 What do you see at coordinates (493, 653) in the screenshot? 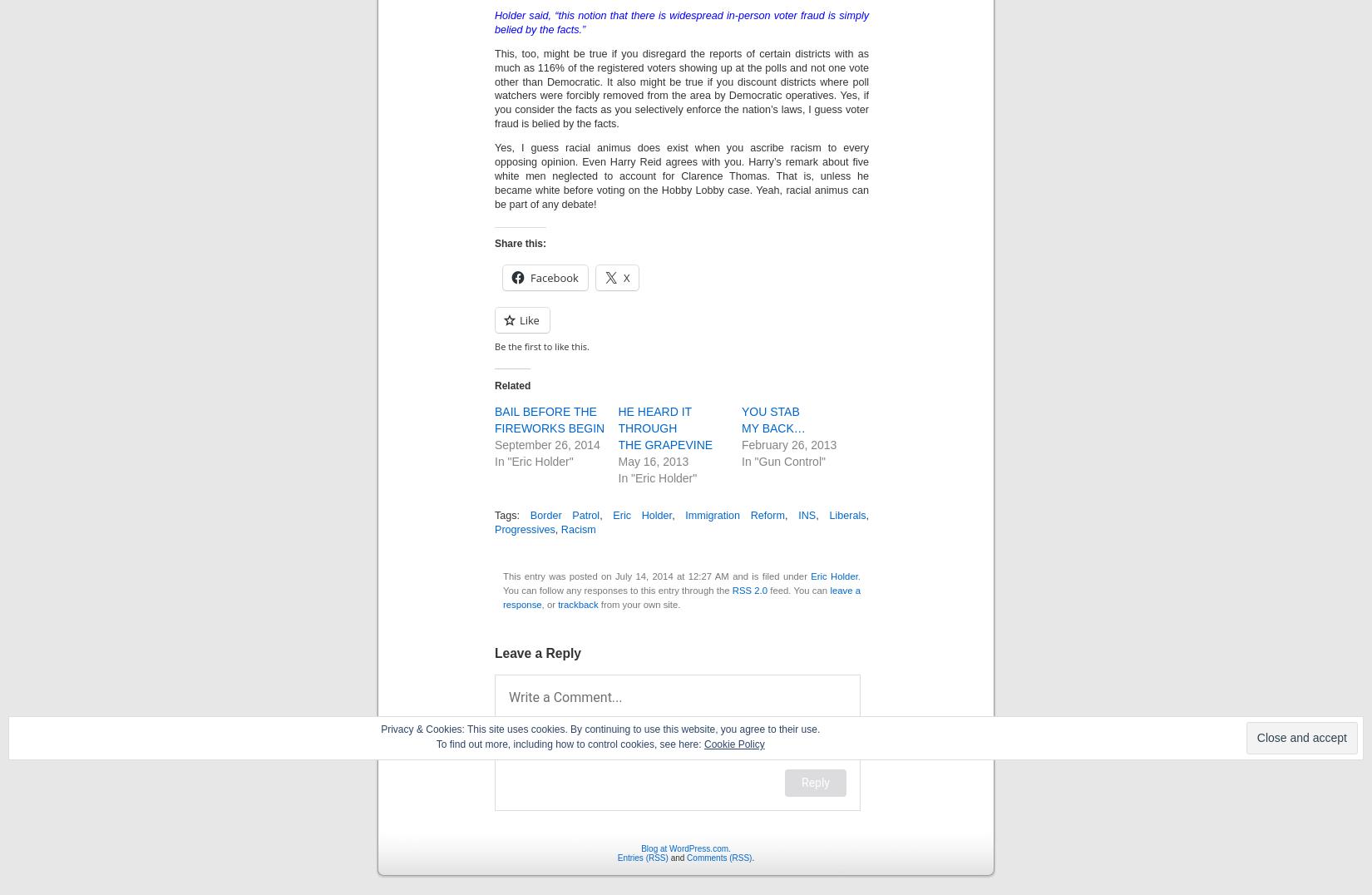
I see `'Leave a Reply'` at bounding box center [493, 653].